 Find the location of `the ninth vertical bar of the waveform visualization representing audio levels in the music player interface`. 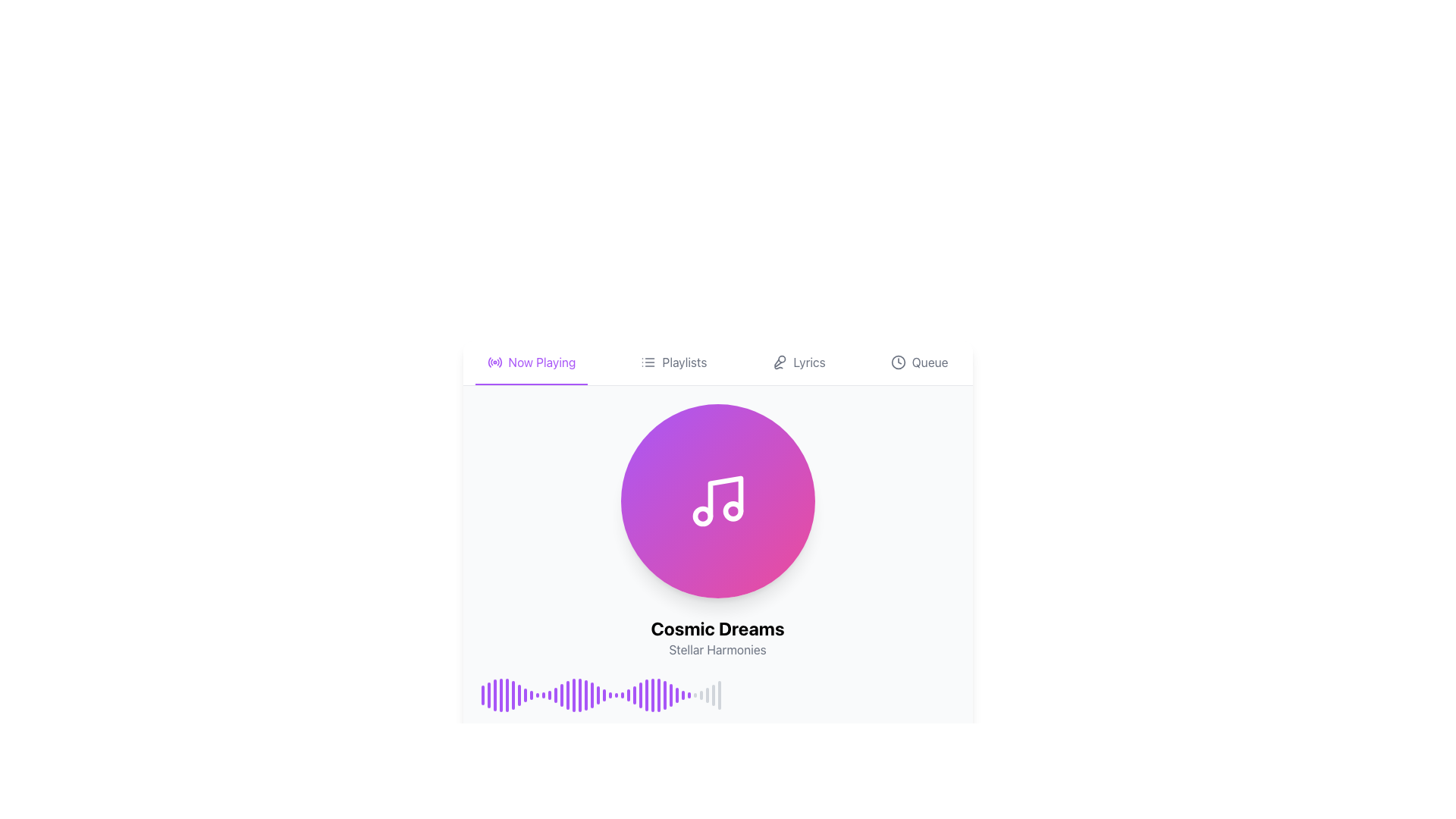

the ninth vertical bar of the waveform visualization representing audio levels in the music player interface is located at coordinates (531, 695).